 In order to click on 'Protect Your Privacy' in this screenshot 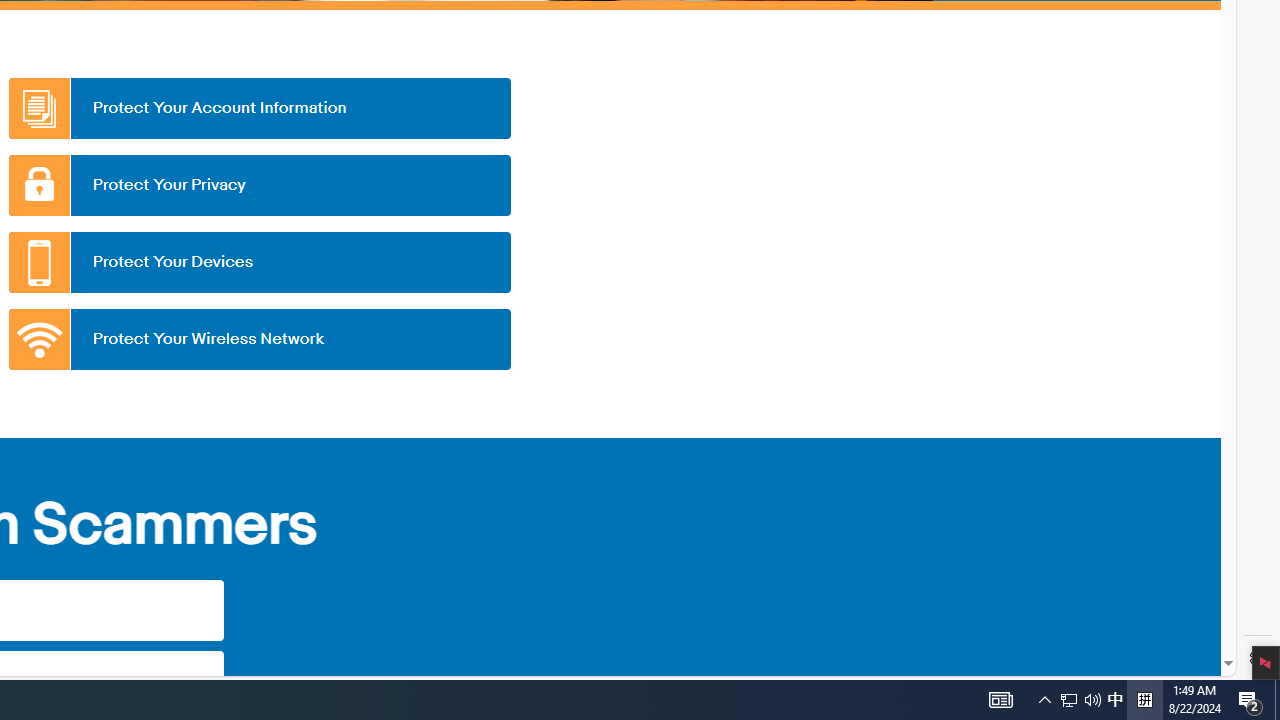, I will do `click(258, 185)`.